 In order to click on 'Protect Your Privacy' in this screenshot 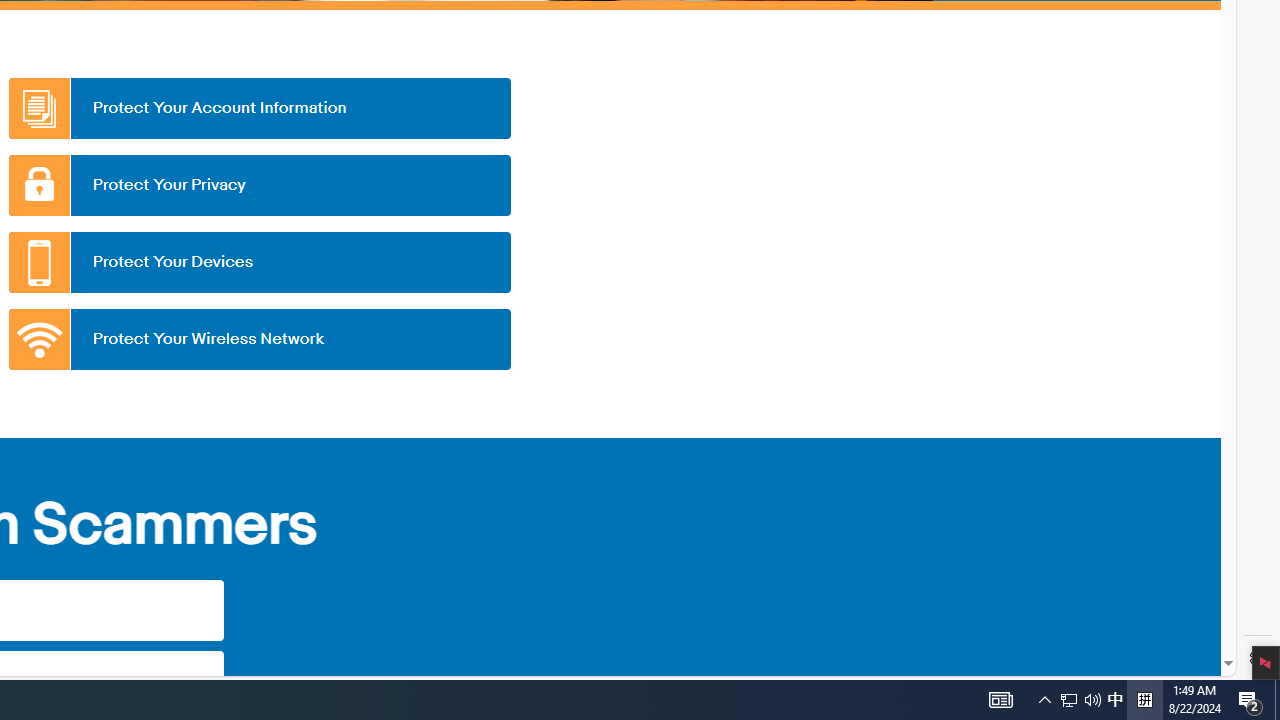, I will do `click(258, 185)`.